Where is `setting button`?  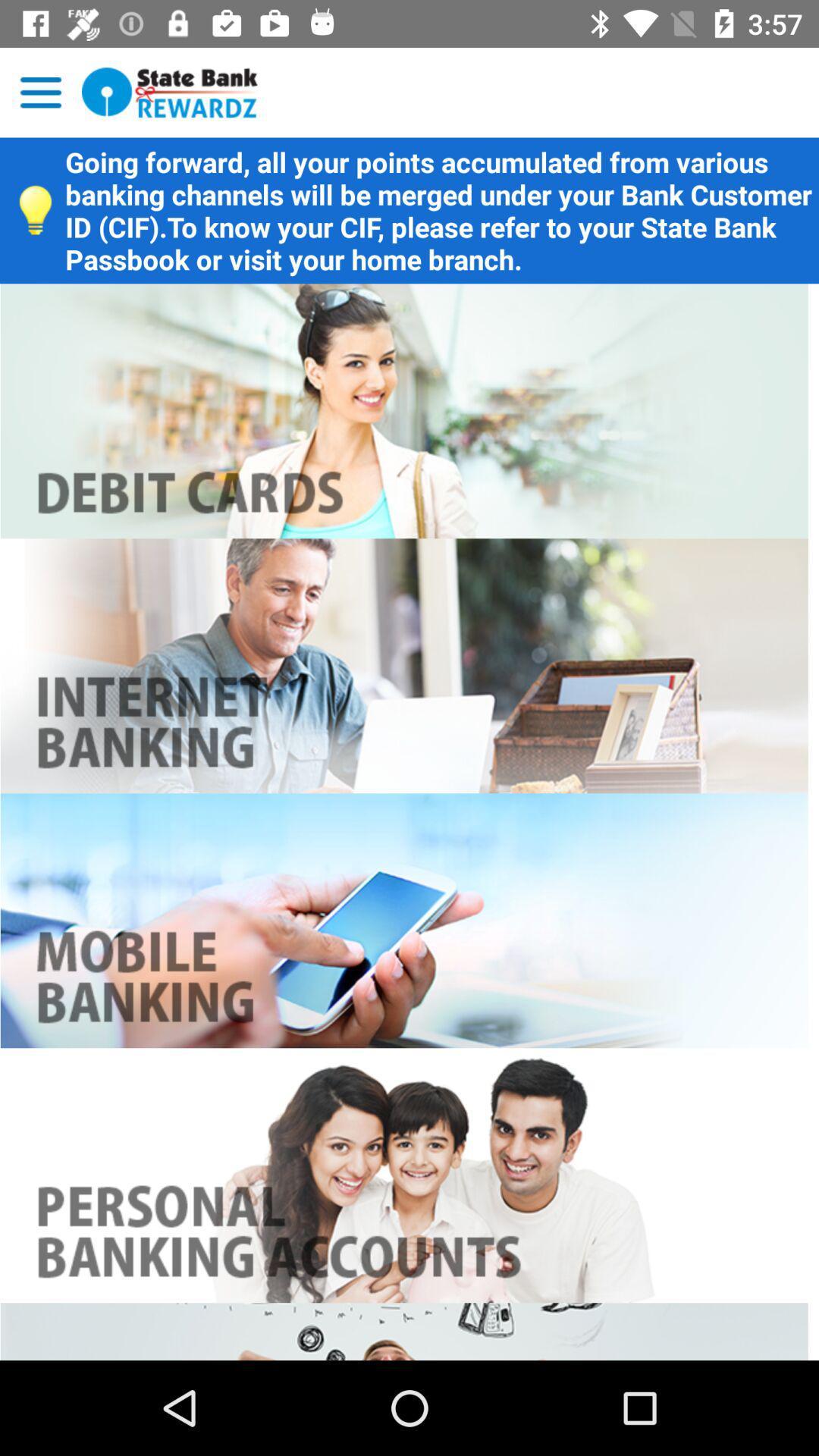
setting button is located at coordinates (40, 92).